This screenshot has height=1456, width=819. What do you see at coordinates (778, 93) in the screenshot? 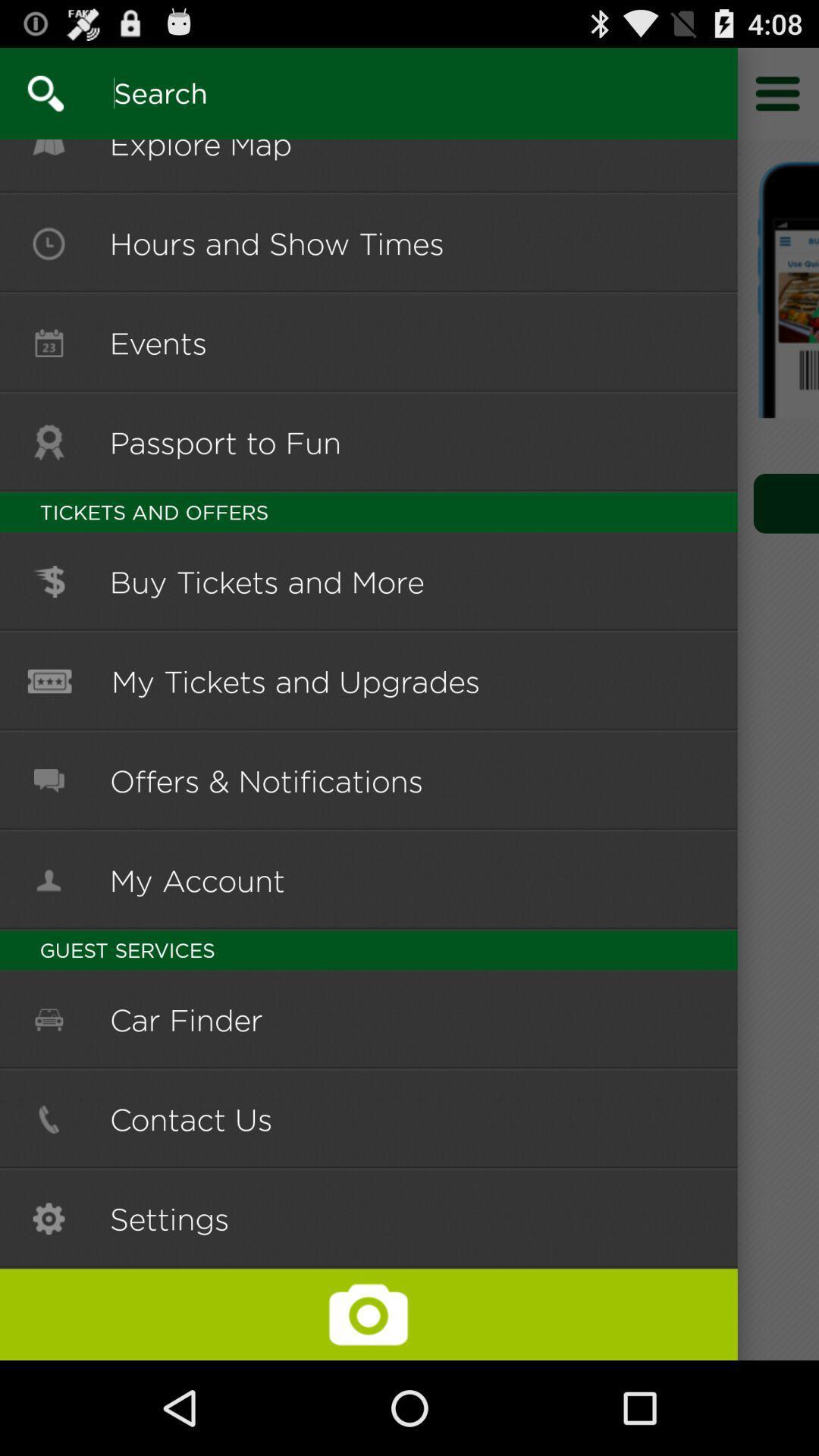
I see `explore to menu` at bounding box center [778, 93].